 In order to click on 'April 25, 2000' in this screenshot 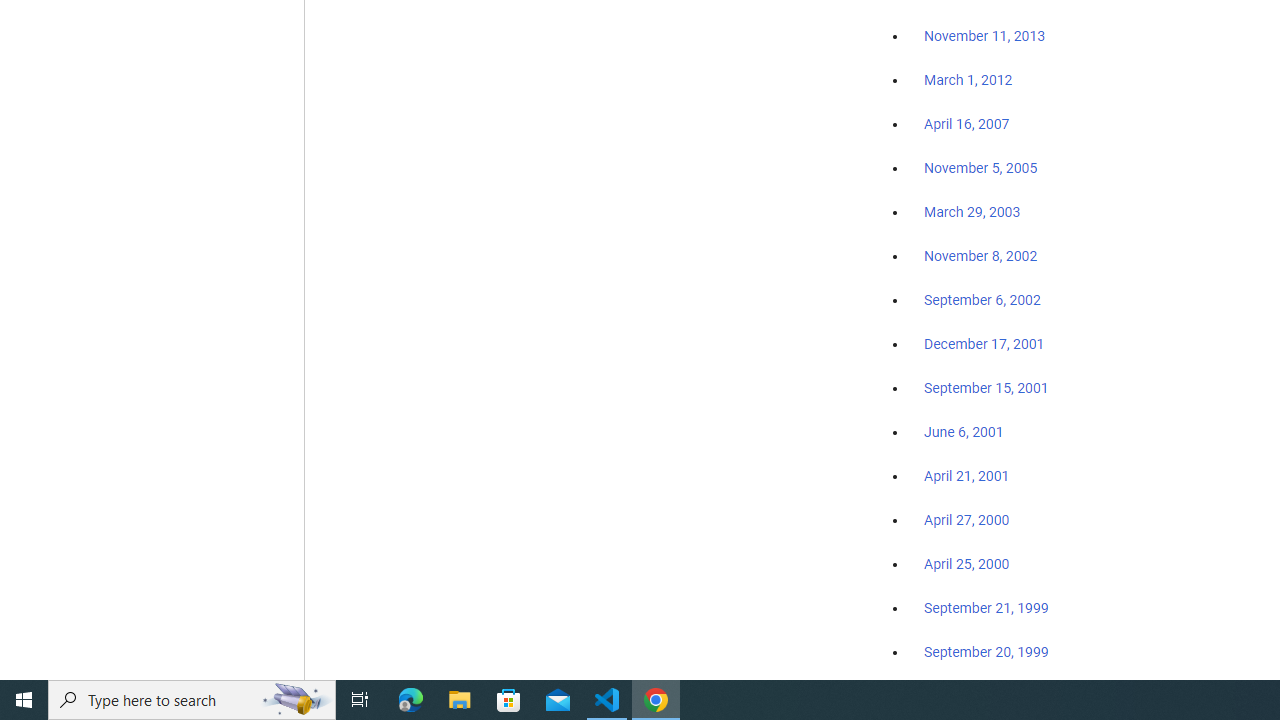, I will do `click(967, 564)`.